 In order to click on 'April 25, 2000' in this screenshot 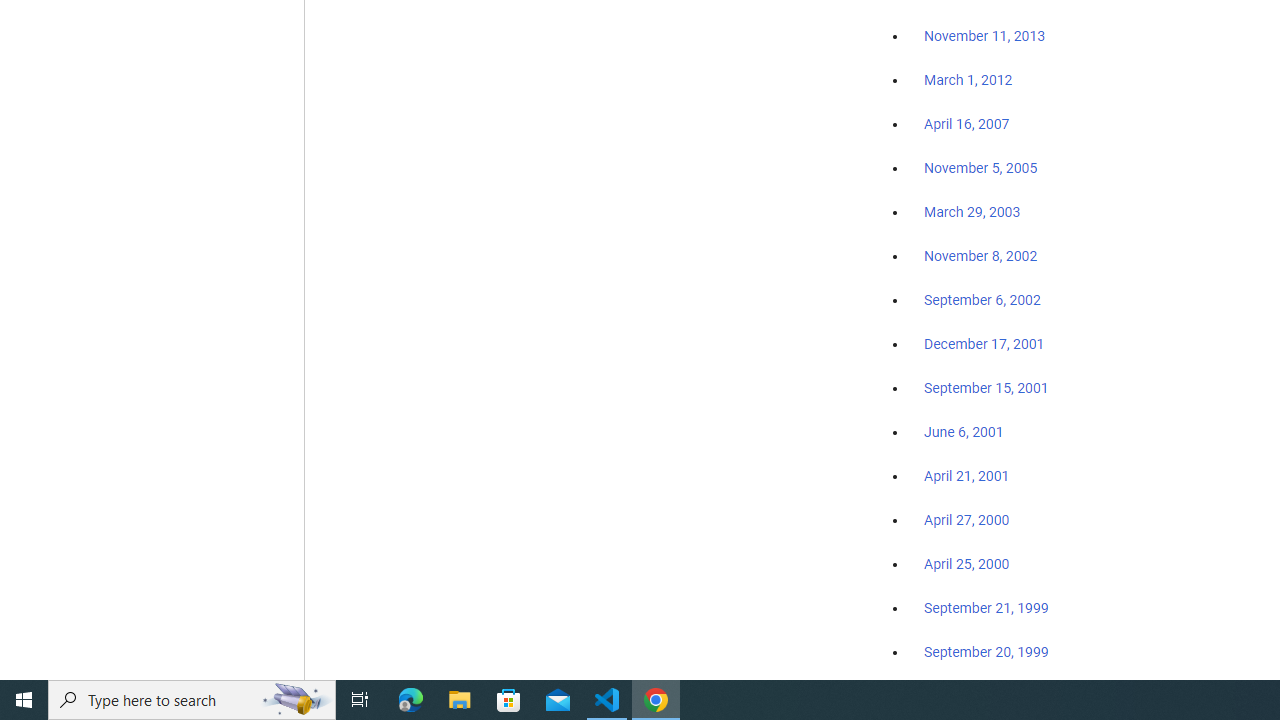, I will do `click(967, 564)`.